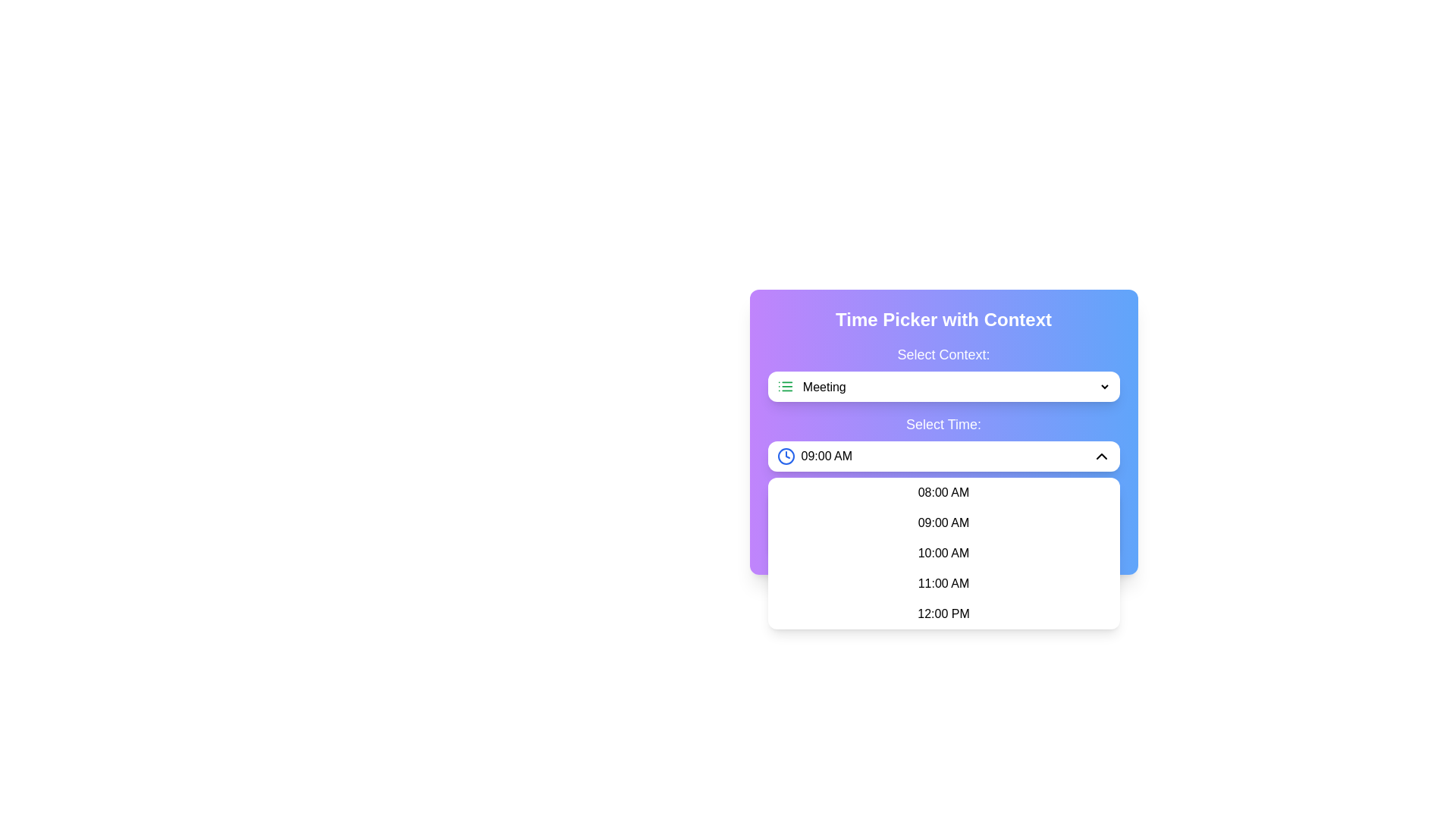 This screenshot has width=1456, height=819. What do you see at coordinates (943, 455) in the screenshot?
I see `the '09:00 AM' dropdown menu` at bounding box center [943, 455].